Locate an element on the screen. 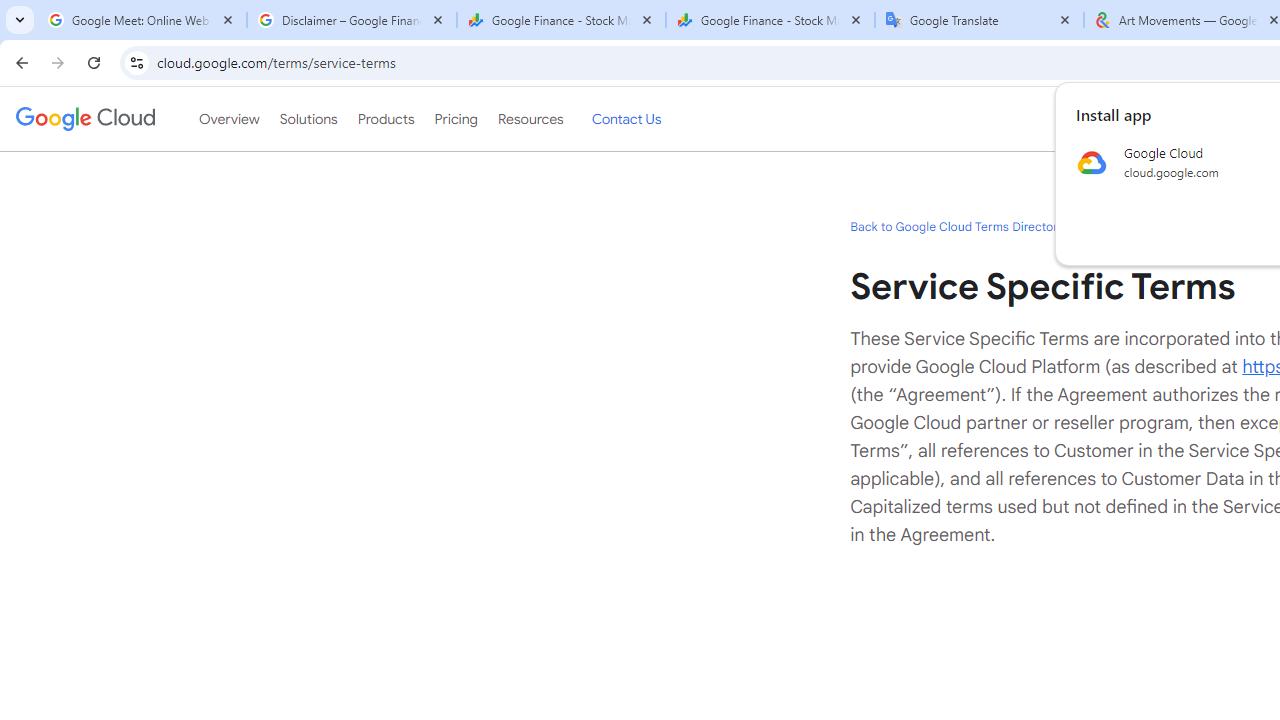 The width and height of the screenshot is (1280, 720). 'Overview' is located at coordinates (229, 119).